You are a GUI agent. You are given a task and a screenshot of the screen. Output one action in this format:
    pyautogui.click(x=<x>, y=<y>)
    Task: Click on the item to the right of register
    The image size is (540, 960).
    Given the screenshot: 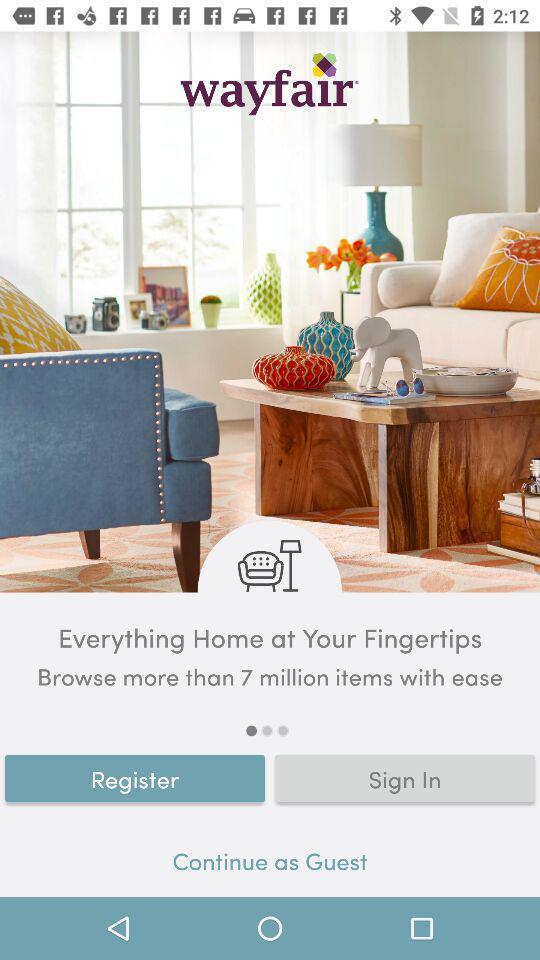 What is the action you would take?
    pyautogui.click(x=405, y=777)
    